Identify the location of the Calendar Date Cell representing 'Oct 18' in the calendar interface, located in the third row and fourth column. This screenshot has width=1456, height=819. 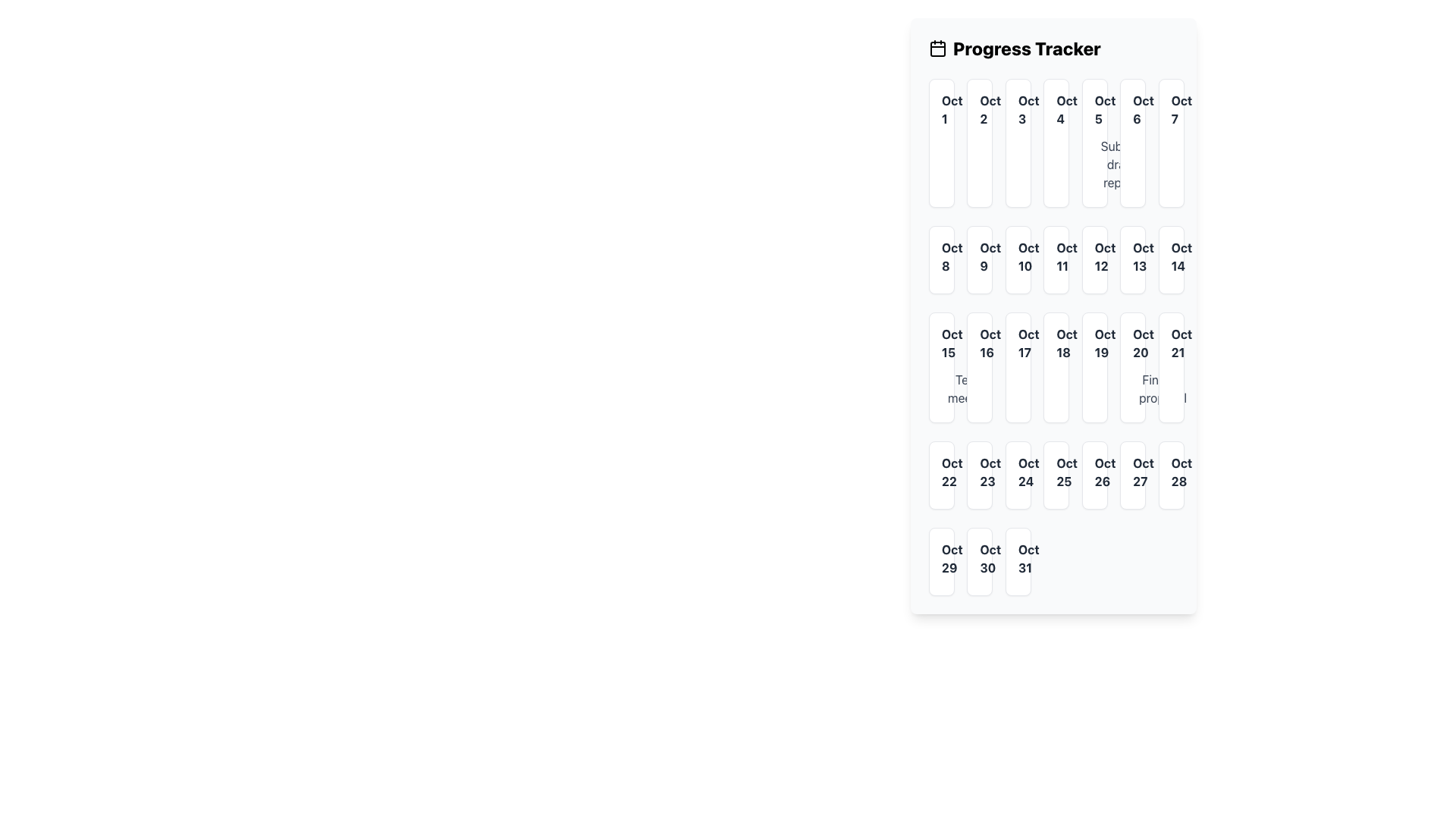
(1056, 368).